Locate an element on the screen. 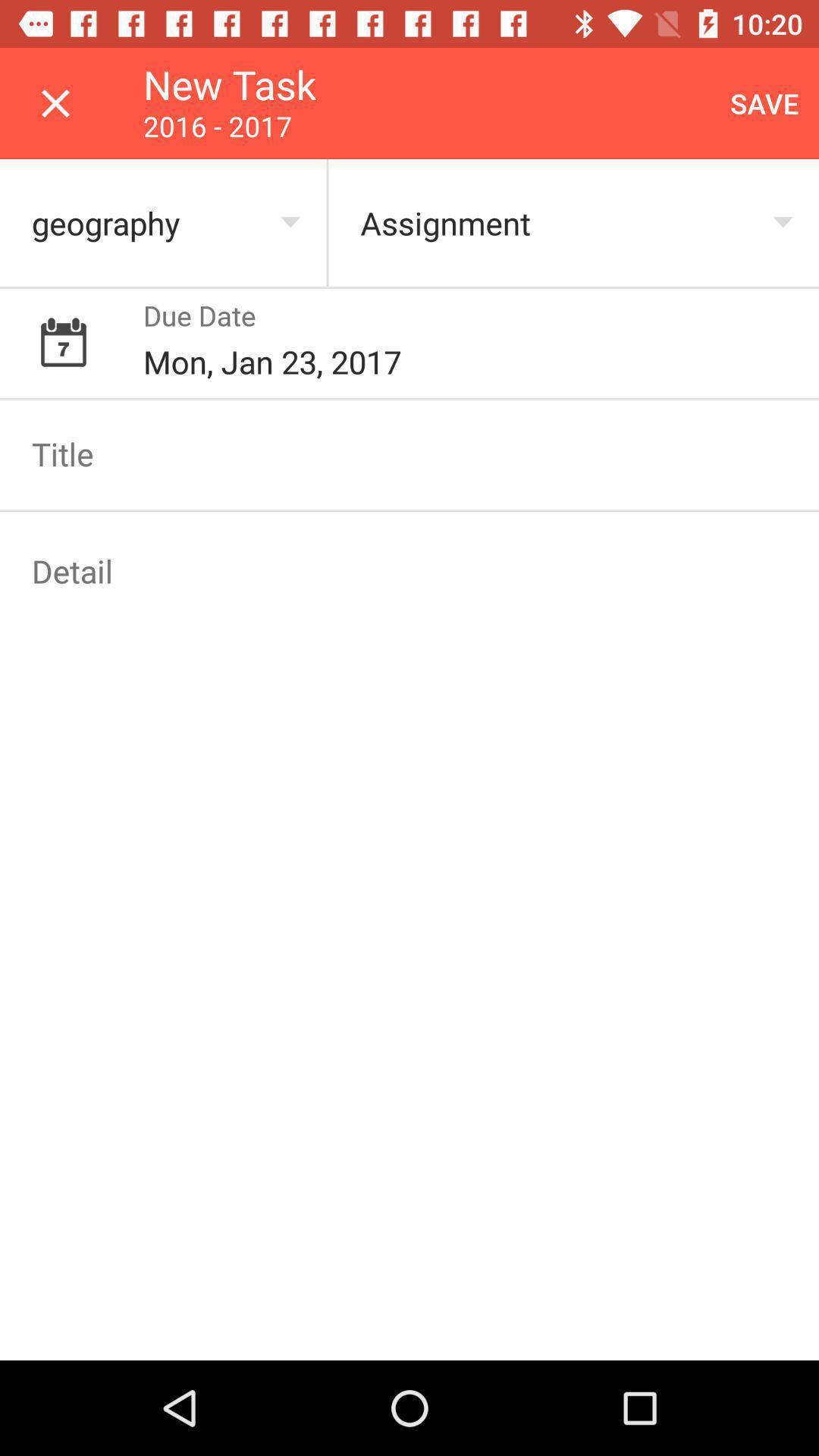 The height and width of the screenshot is (1456, 819). title box is located at coordinates (409, 453).